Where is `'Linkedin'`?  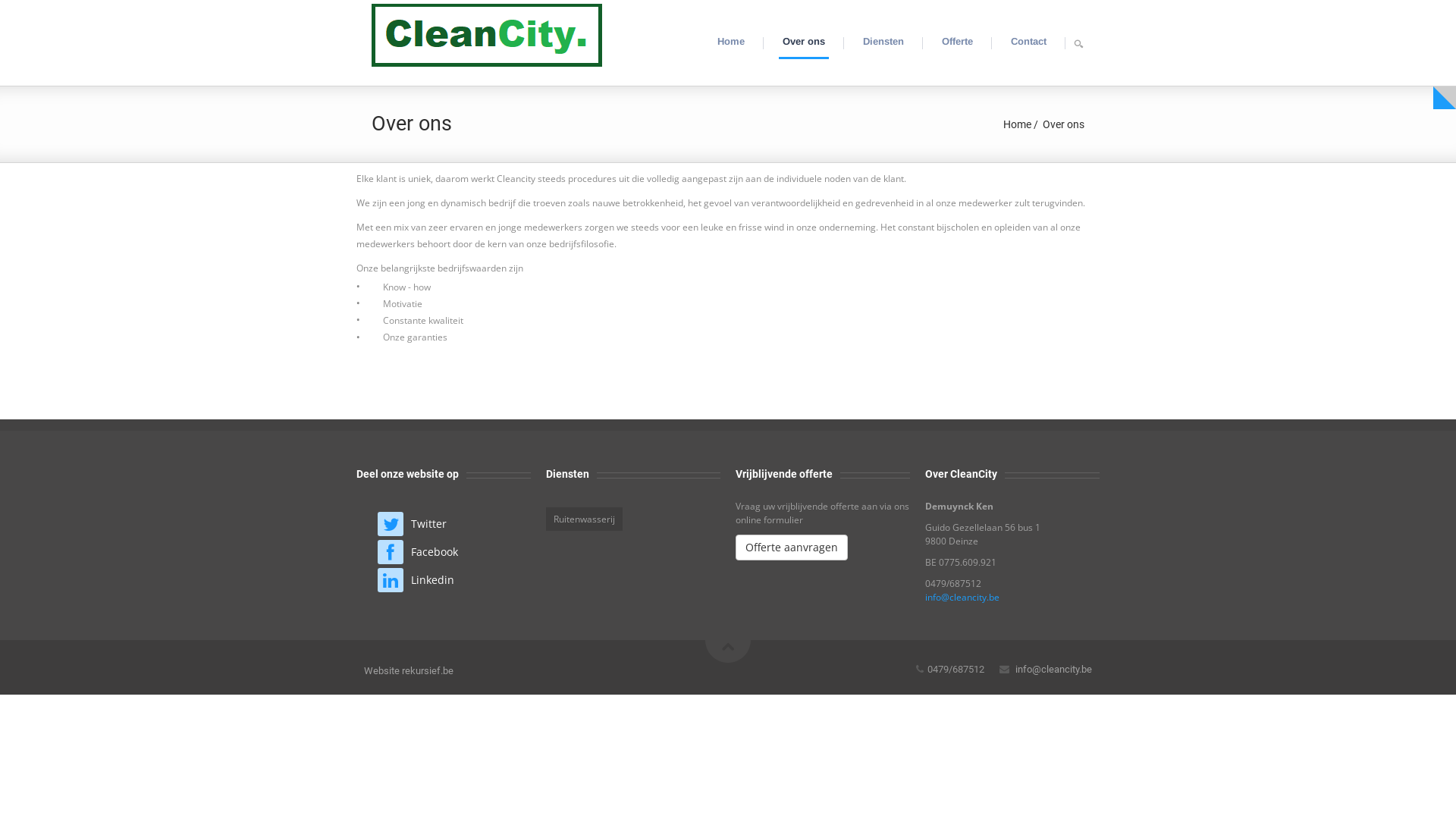 'Linkedin' is located at coordinates (431, 579).